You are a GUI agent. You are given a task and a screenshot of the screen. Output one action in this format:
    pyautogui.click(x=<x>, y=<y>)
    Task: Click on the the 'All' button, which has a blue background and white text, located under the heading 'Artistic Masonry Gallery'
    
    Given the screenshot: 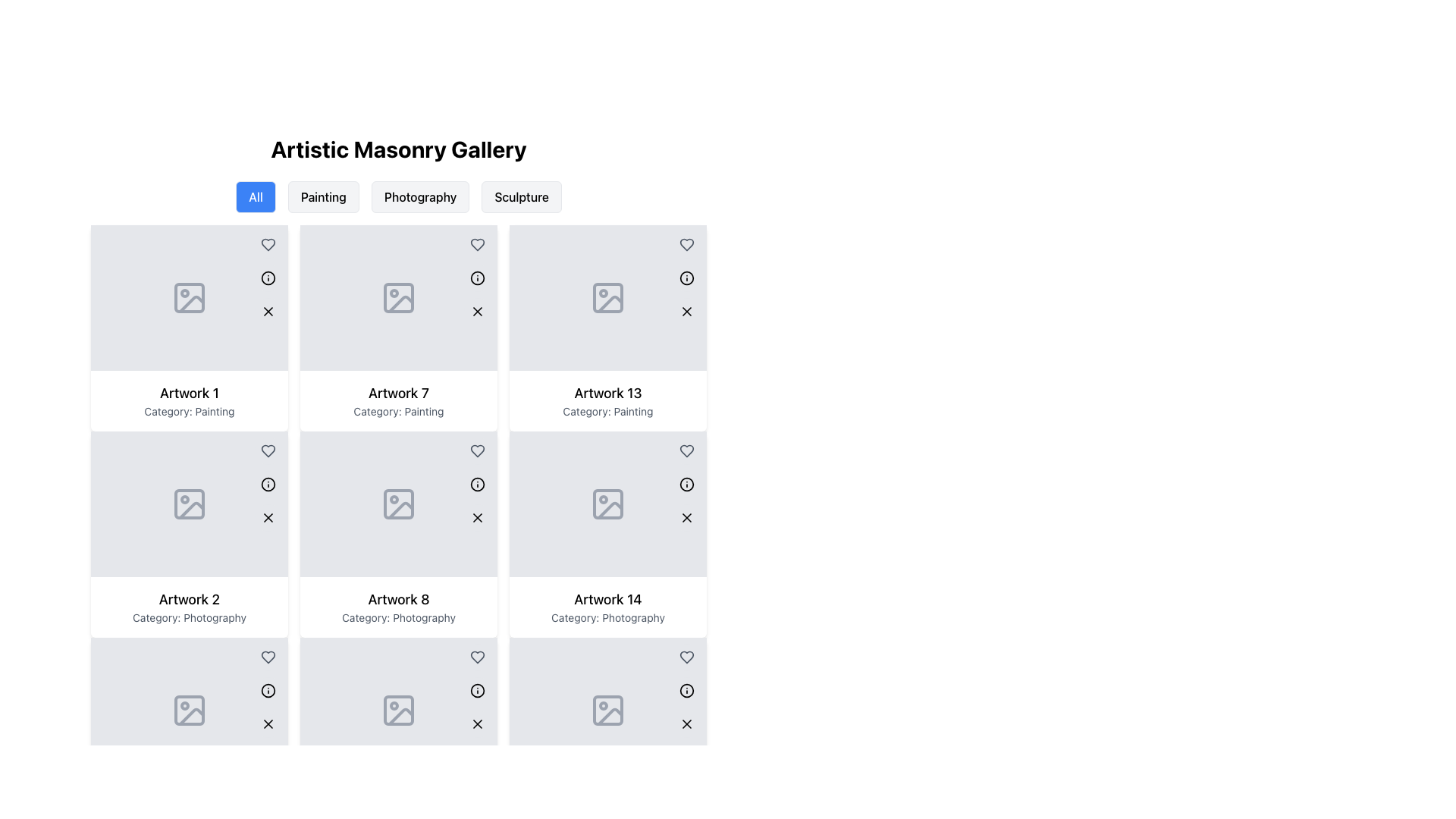 What is the action you would take?
    pyautogui.click(x=256, y=196)
    